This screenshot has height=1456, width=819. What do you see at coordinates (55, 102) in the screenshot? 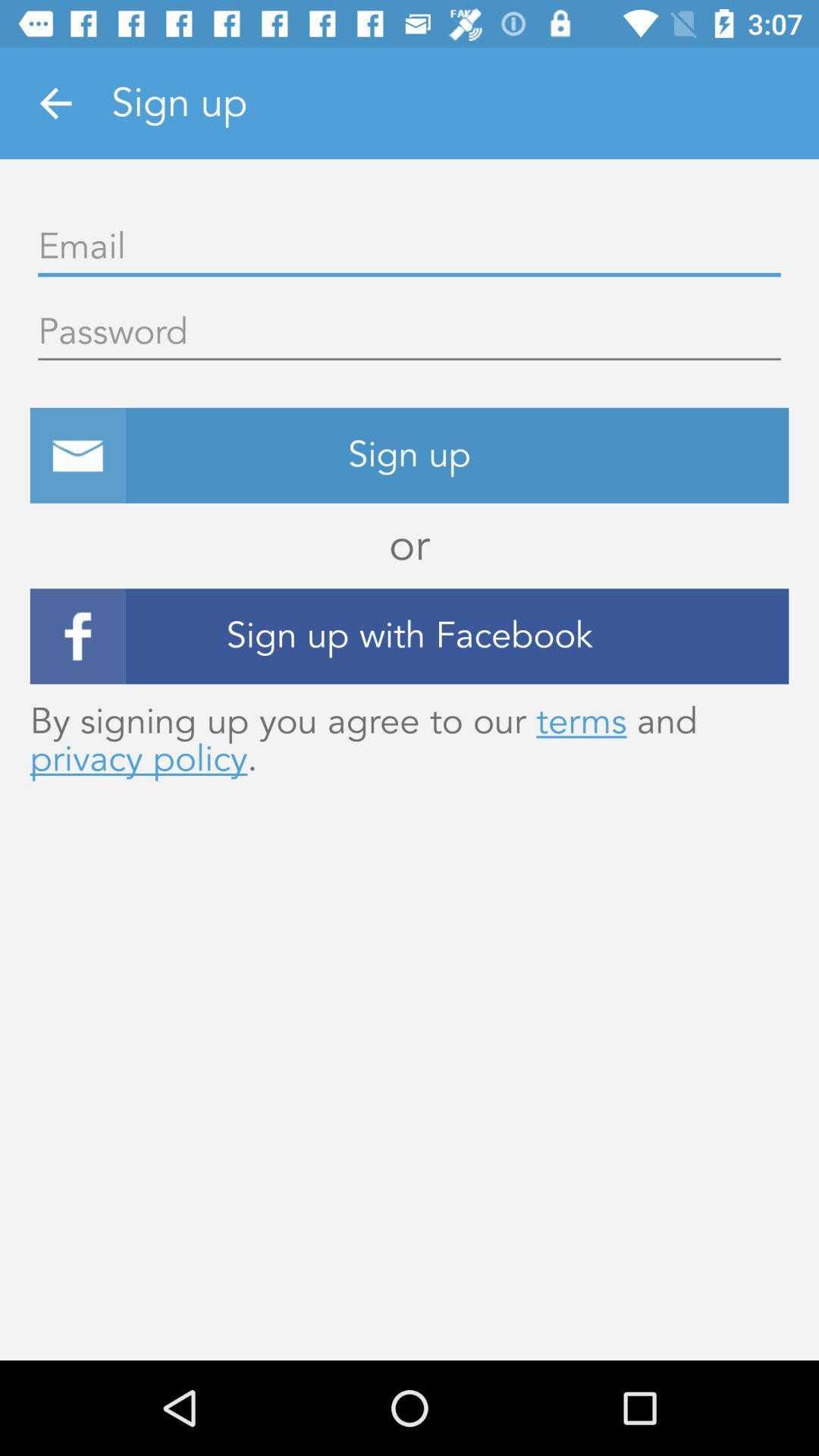
I see `the item to the left of sign up item` at bounding box center [55, 102].